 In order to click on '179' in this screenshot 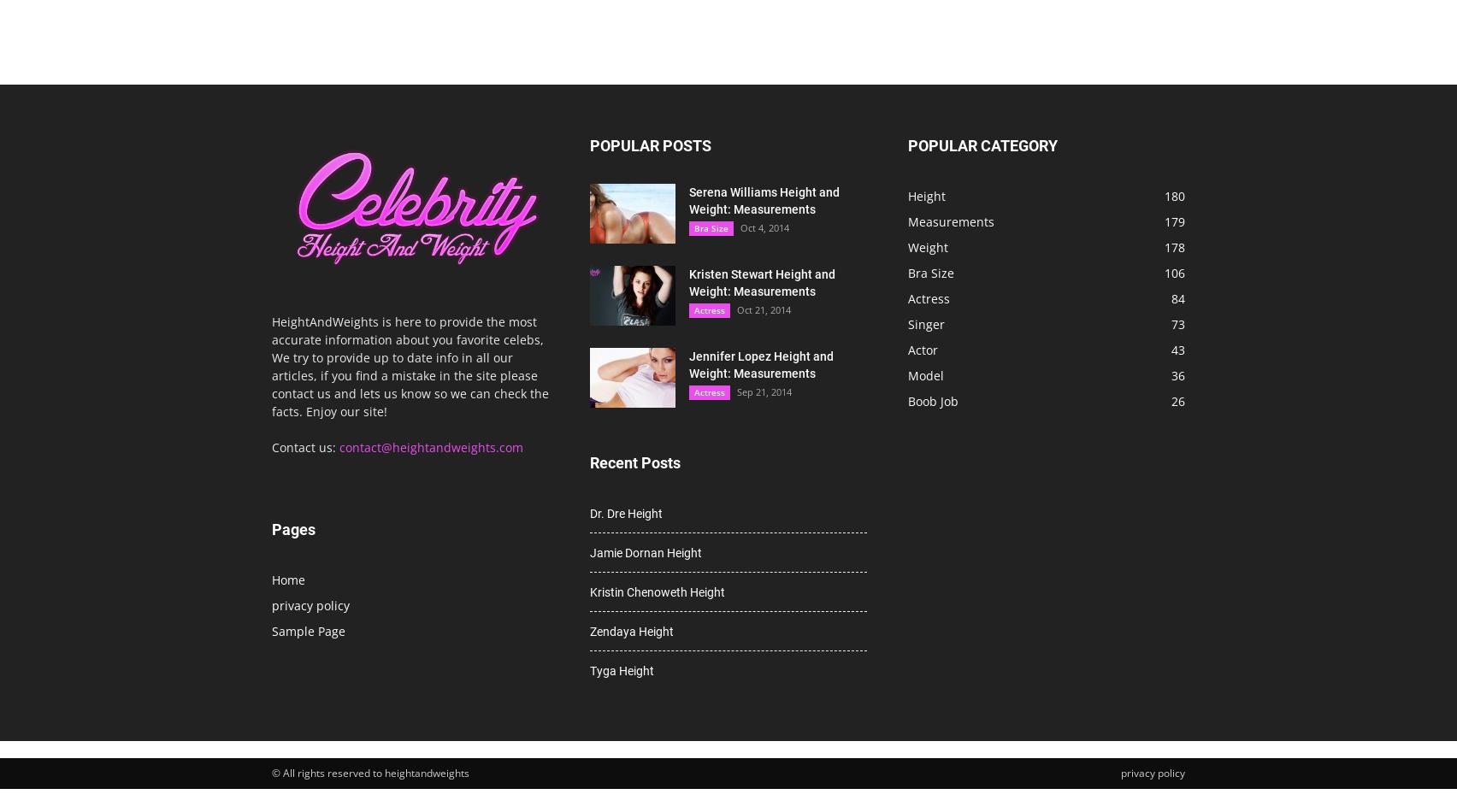, I will do `click(1165, 221)`.